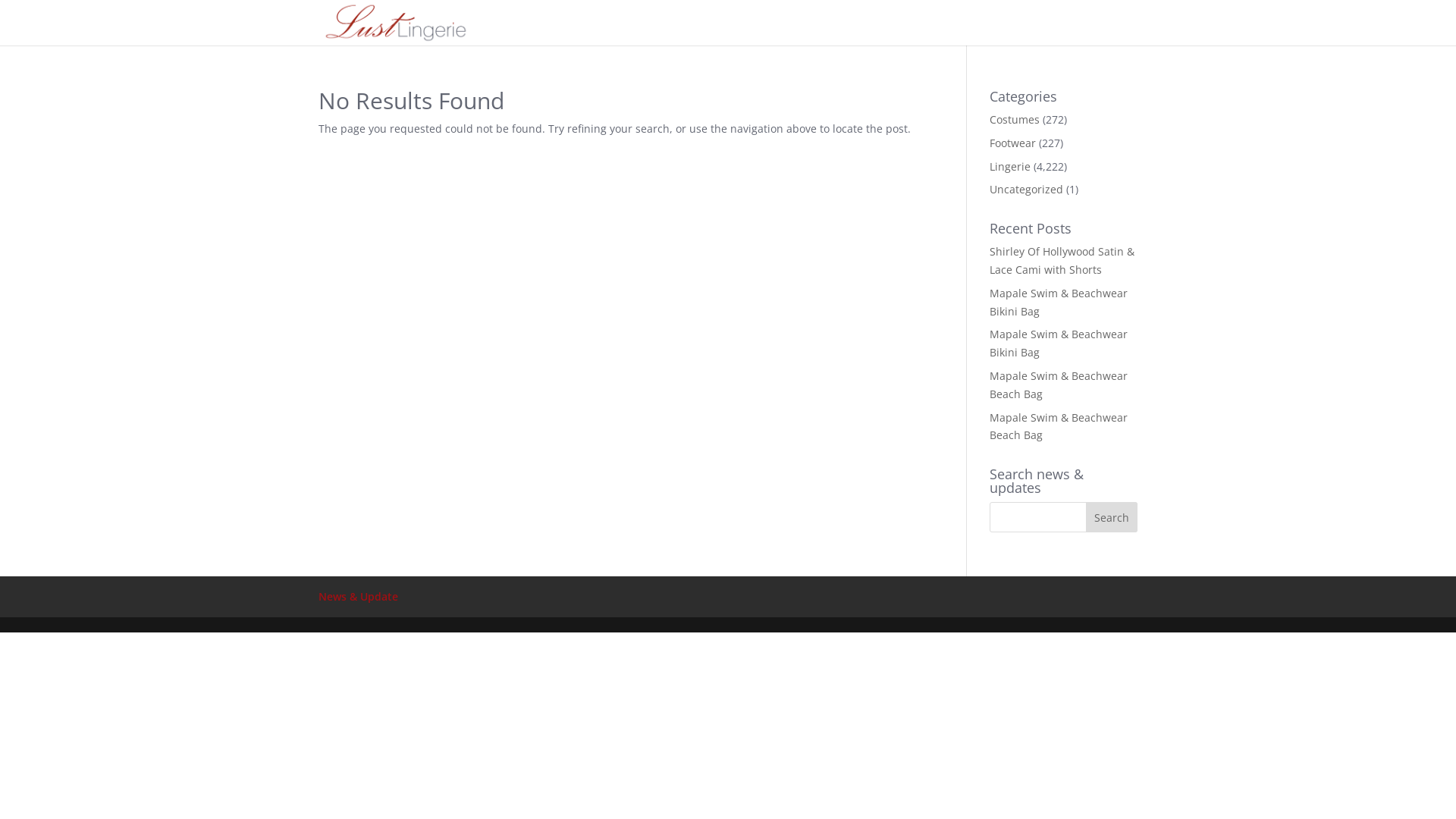  What do you see at coordinates (1012, 143) in the screenshot?
I see `'Footwear'` at bounding box center [1012, 143].